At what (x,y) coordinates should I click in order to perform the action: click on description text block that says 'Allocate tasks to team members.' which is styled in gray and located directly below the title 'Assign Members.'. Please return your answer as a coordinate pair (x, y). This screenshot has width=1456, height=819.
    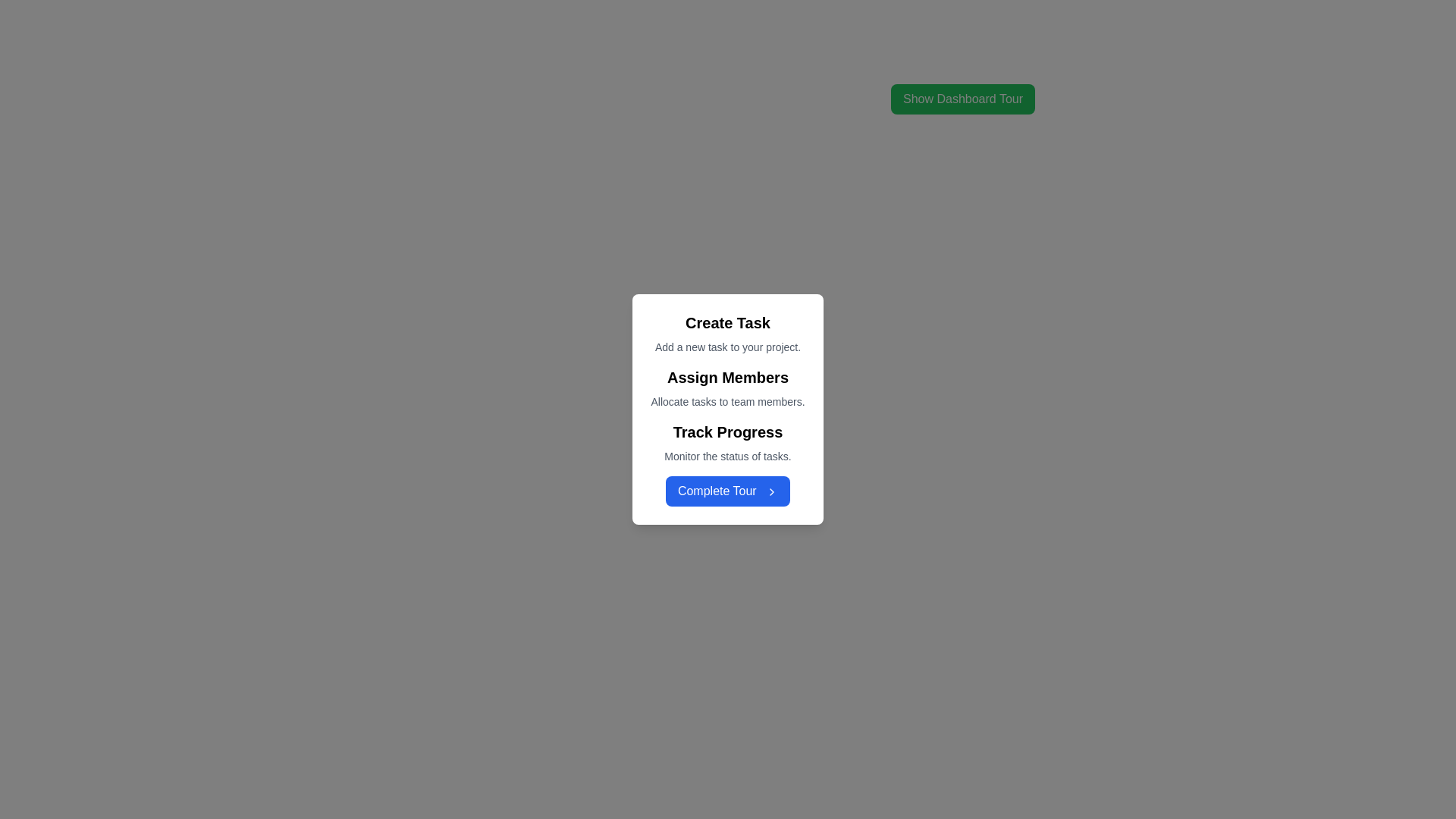
    Looking at the image, I should click on (728, 400).